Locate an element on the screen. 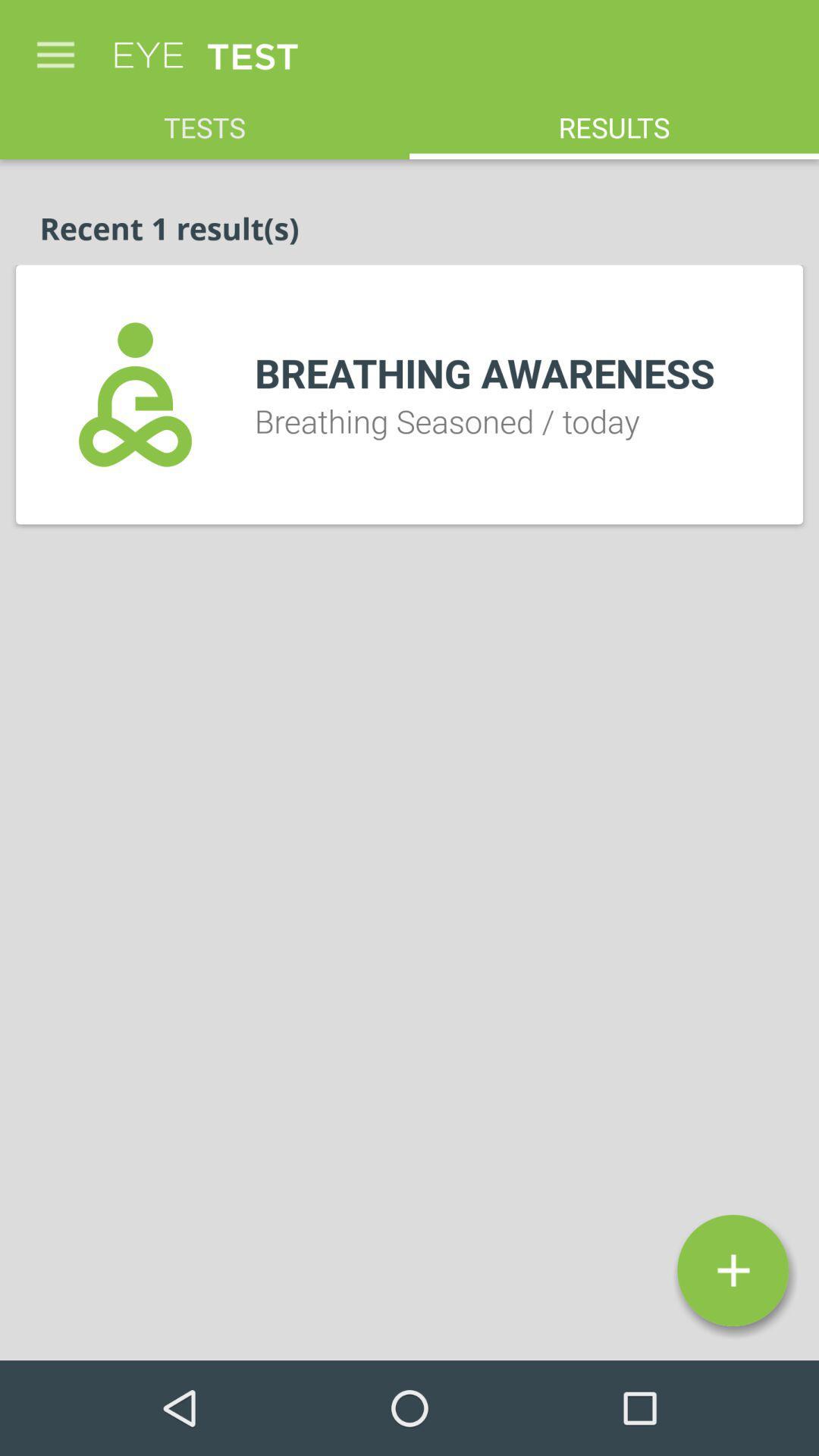 This screenshot has height=1456, width=819. the add icon is located at coordinates (732, 1270).